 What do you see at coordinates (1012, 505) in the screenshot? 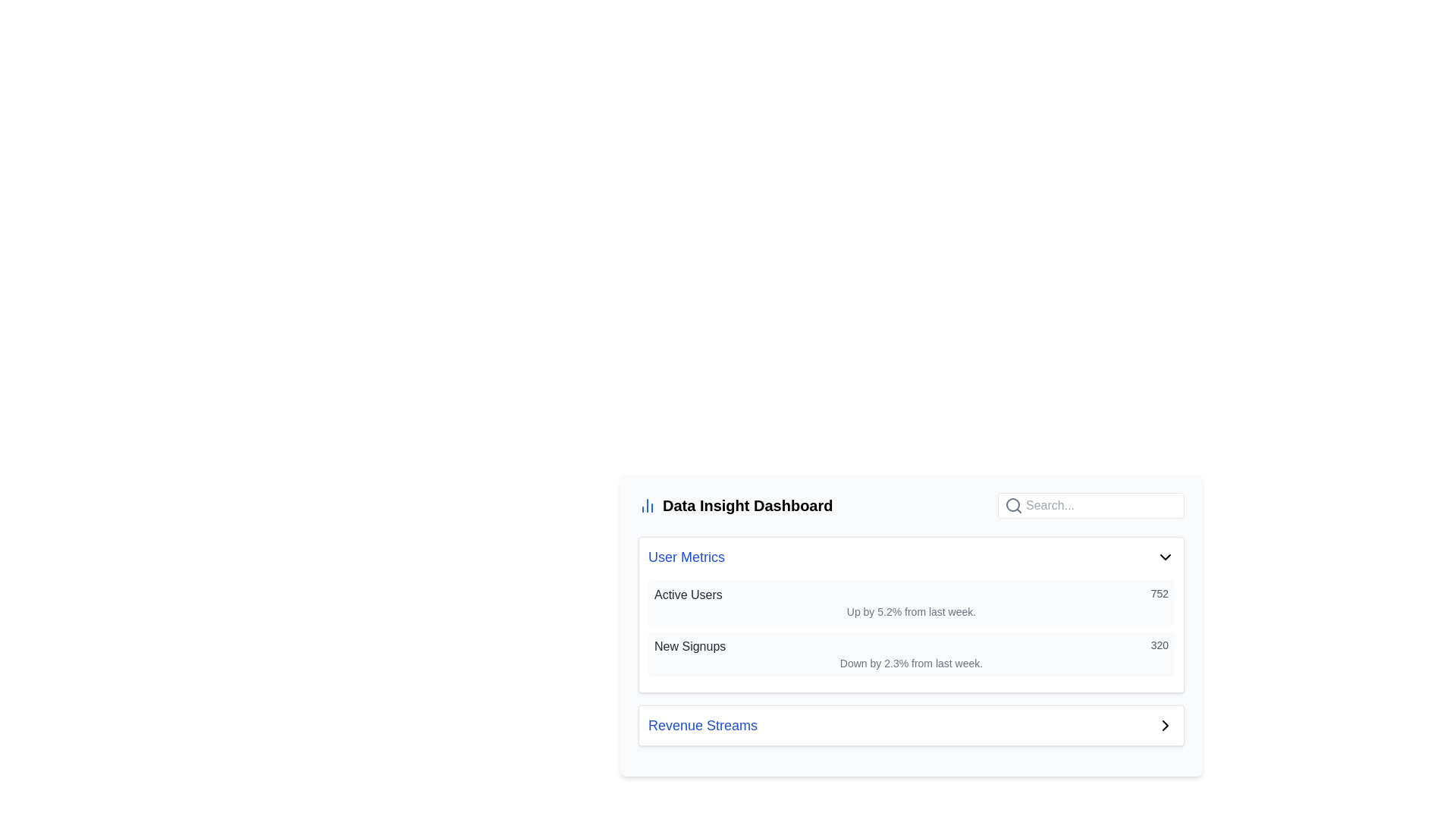
I see `the SVG Circle that is part of the search icon located in the top-right corner of the dashboard interface` at bounding box center [1012, 505].